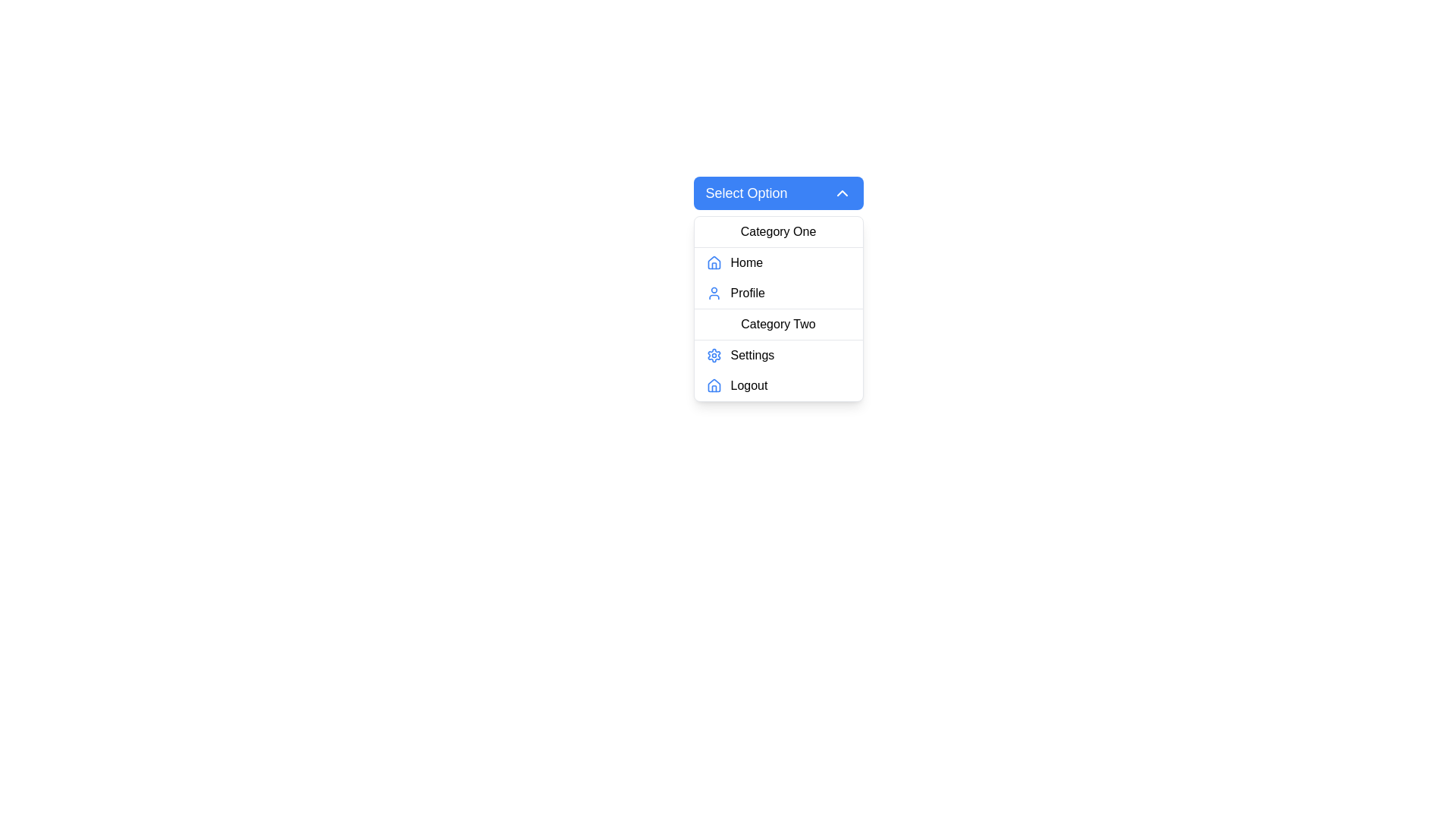 Image resolution: width=1456 pixels, height=819 pixels. Describe the element at coordinates (778, 385) in the screenshot. I see `the logout button located at the bottom of the dropdown menu under the 'Category Two' section to initiate the logout process` at that location.